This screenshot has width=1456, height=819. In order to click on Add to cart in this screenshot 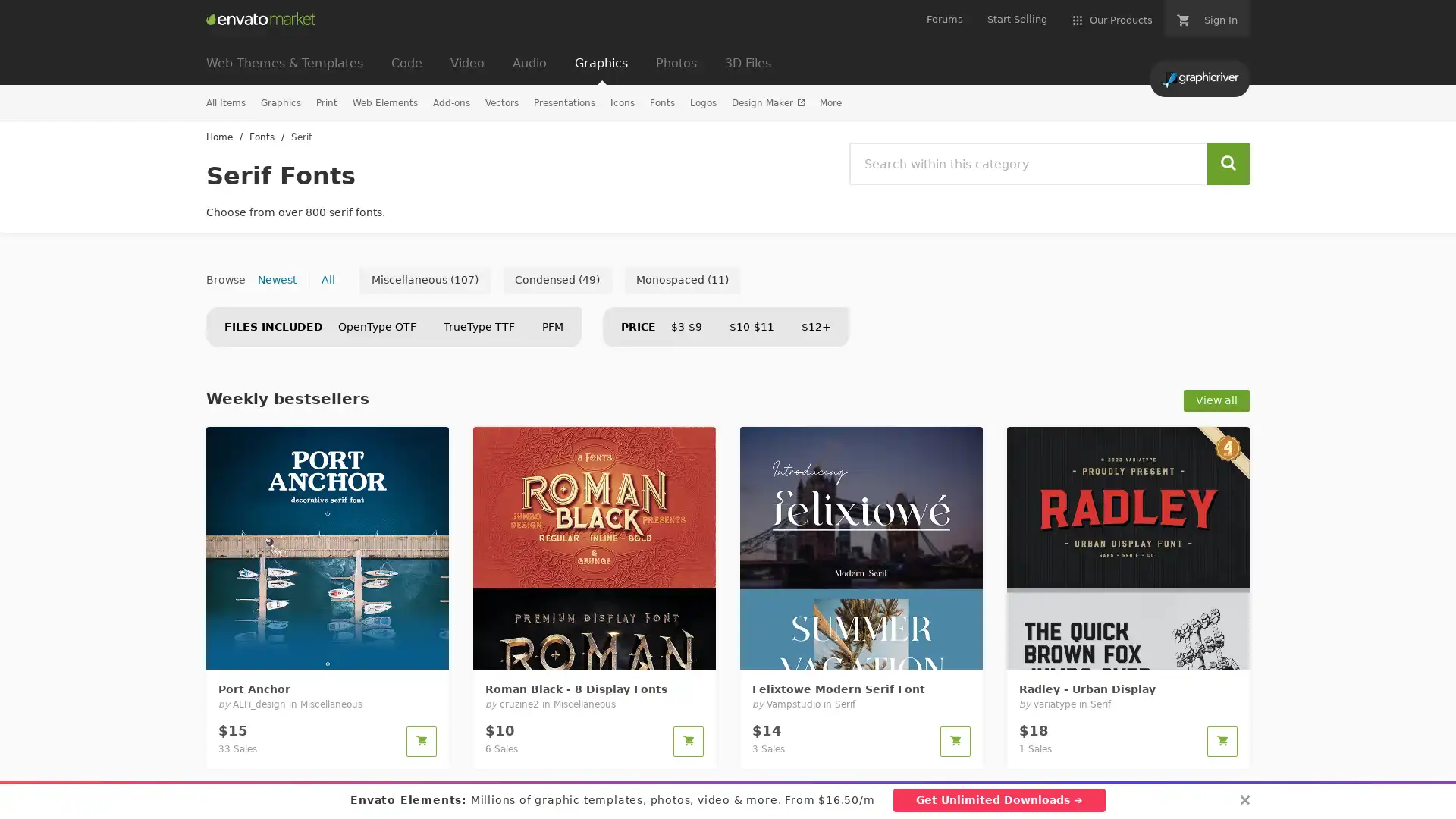, I will do `click(687, 741)`.